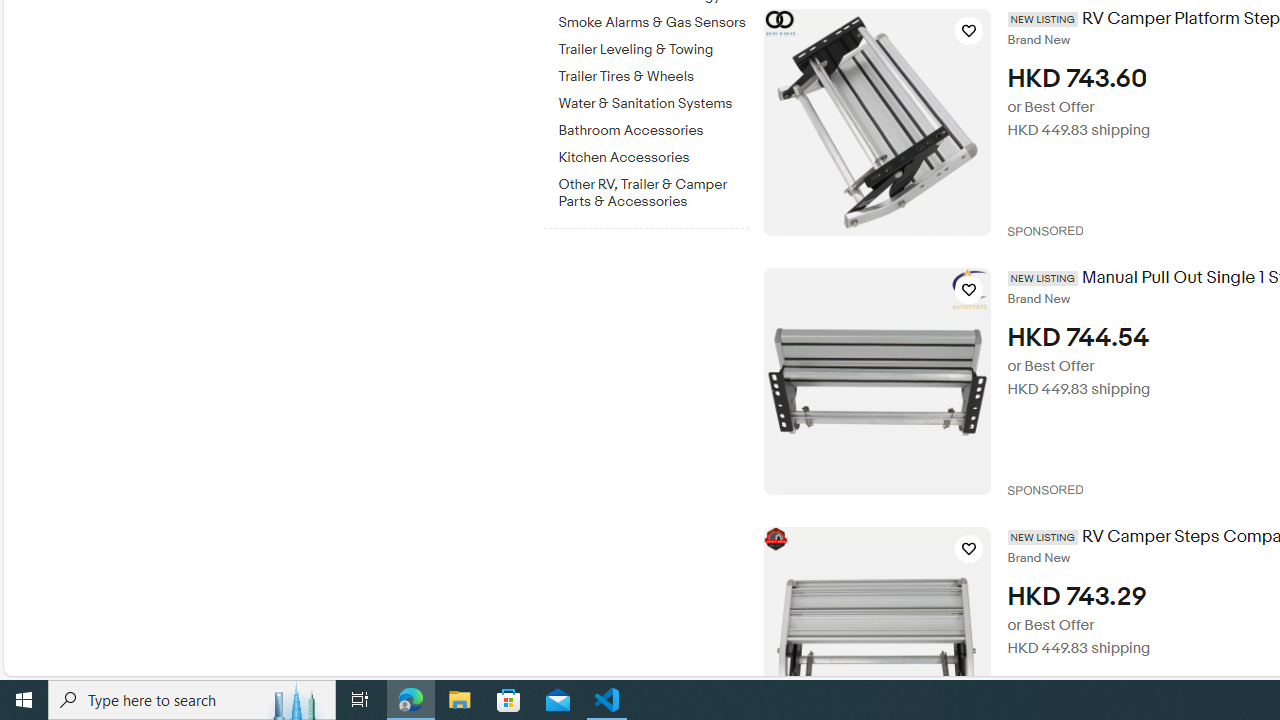 The width and height of the screenshot is (1280, 720). Describe the element at coordinates (653, 193) in the screenshot. I see `'Other RV, Trailer & Camper Parts & Accessories'` at that location.